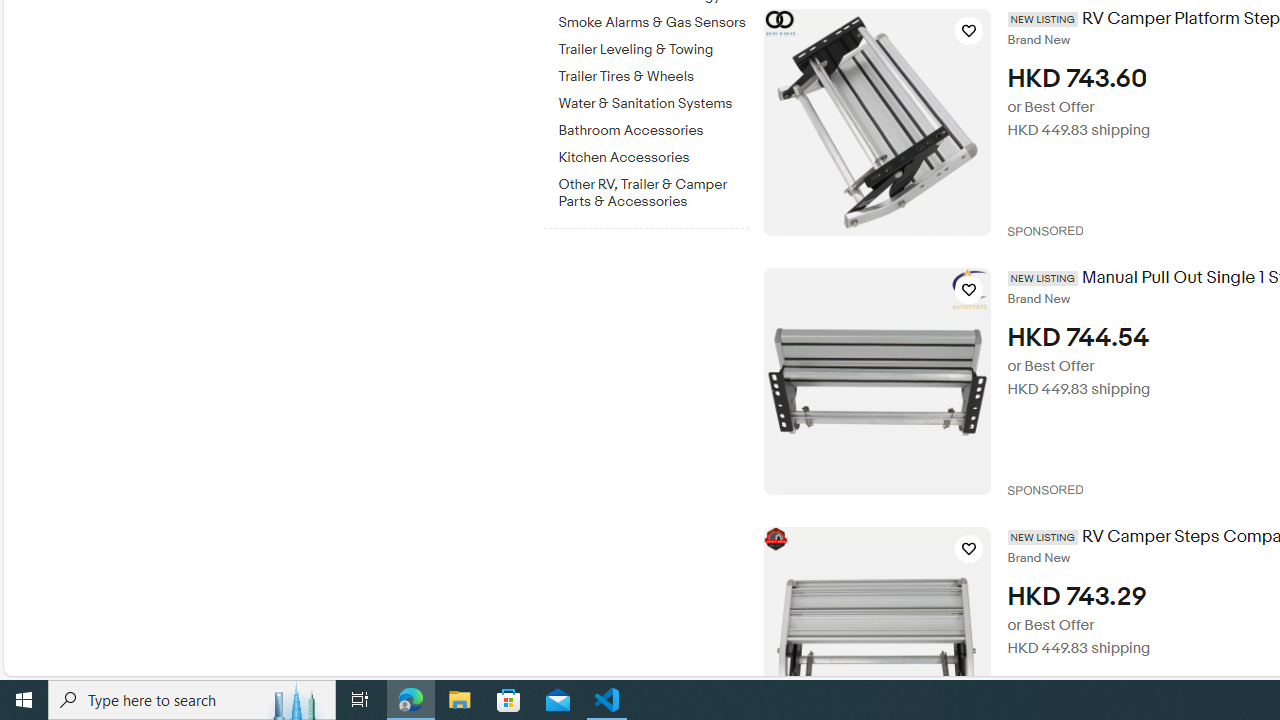 The width and height of the screenshot is (1280, 720). Describe the element at coordinates (653, 193) in the screenshot. I see `'Other RV, Trailer & Camper Parts & Accessories'` at that location.